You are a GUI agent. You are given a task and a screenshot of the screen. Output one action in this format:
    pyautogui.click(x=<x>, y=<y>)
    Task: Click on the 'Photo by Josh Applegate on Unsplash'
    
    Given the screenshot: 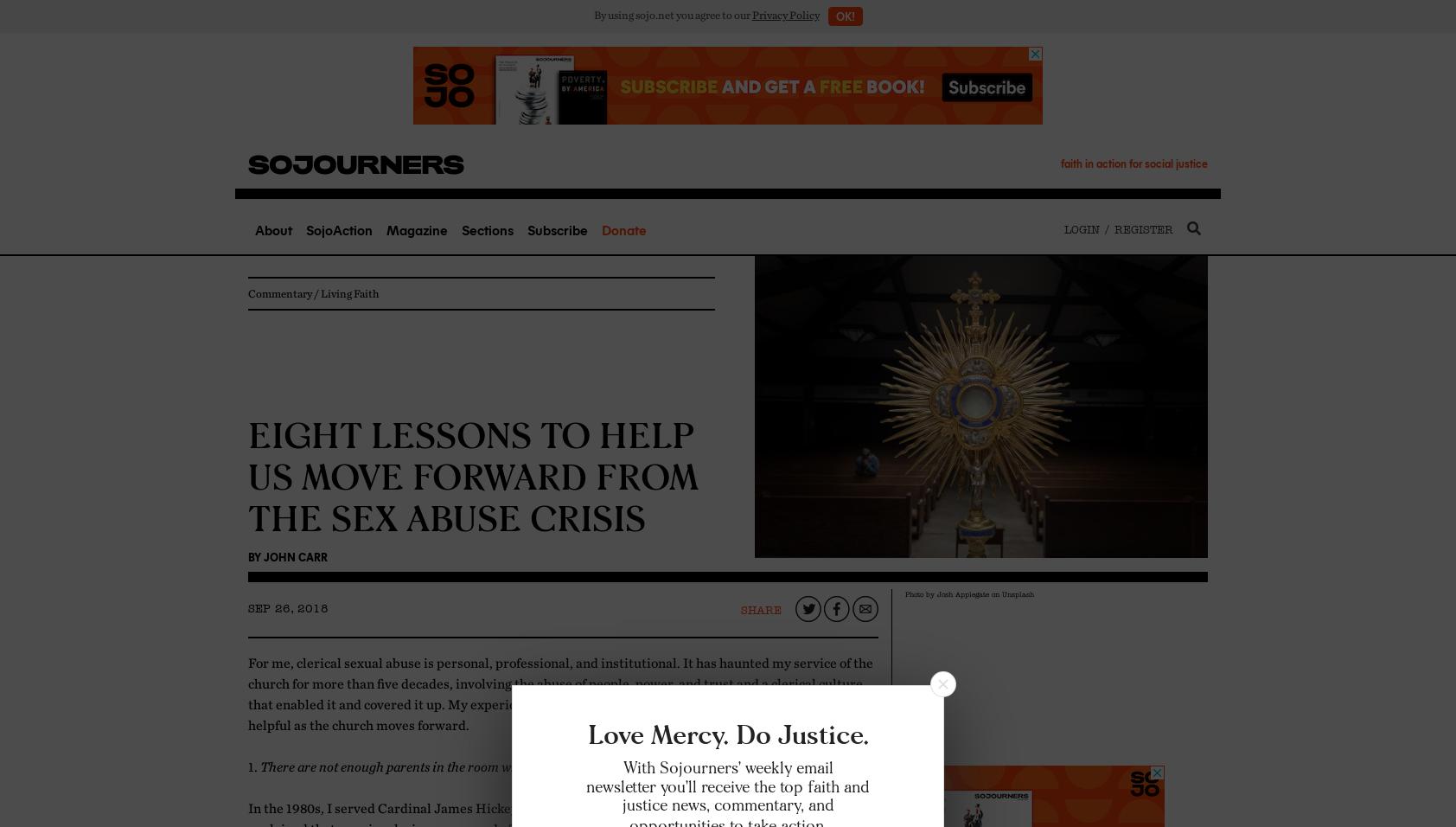 What is the action you would take?
    pyautogui.click(x=969, y=593)
    